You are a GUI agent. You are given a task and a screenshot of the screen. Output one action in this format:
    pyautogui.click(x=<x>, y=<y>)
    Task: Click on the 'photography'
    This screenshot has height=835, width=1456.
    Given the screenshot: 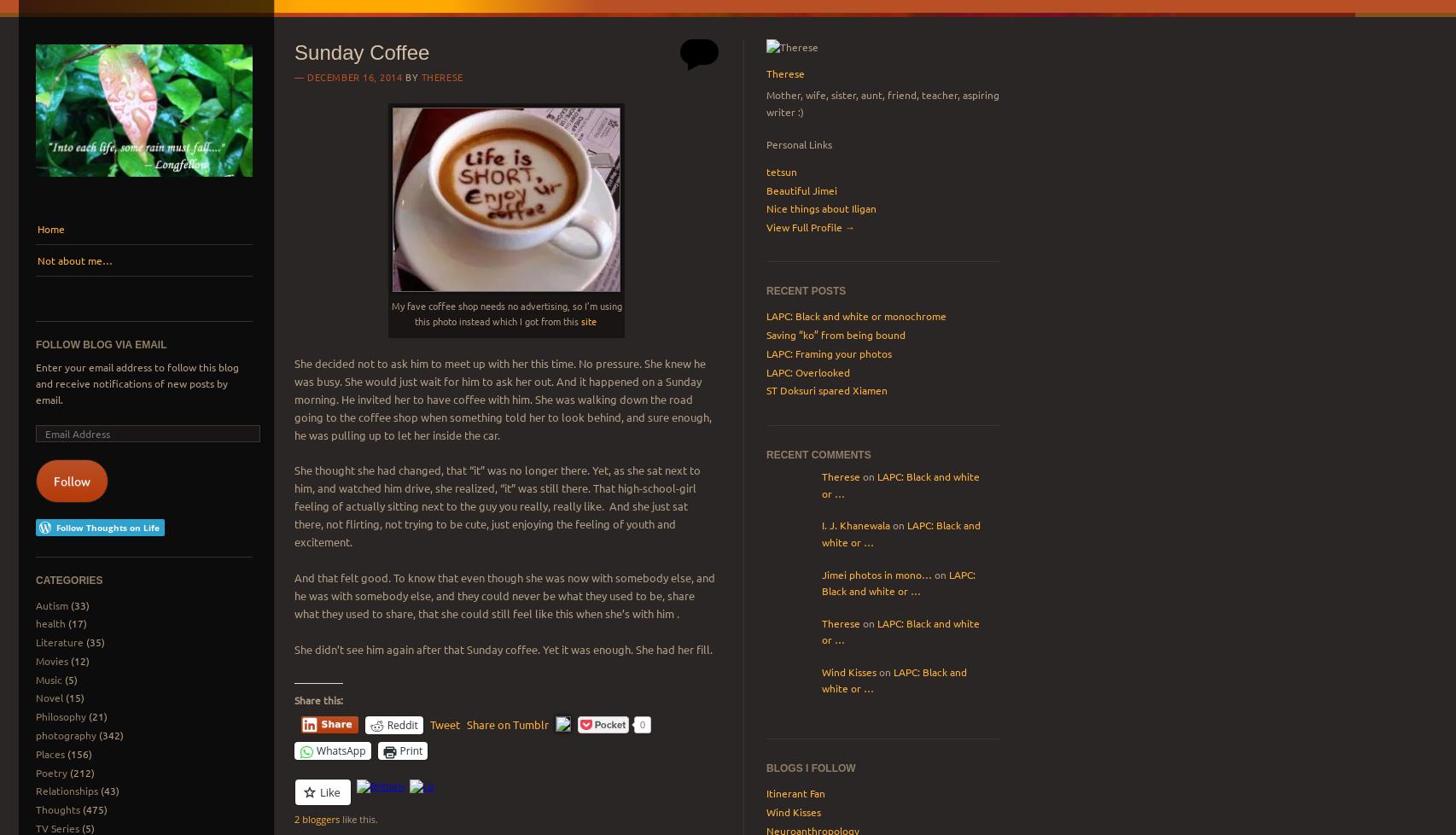 What is the action you would take?
    pyautogui.click(x=65, y=733)
    